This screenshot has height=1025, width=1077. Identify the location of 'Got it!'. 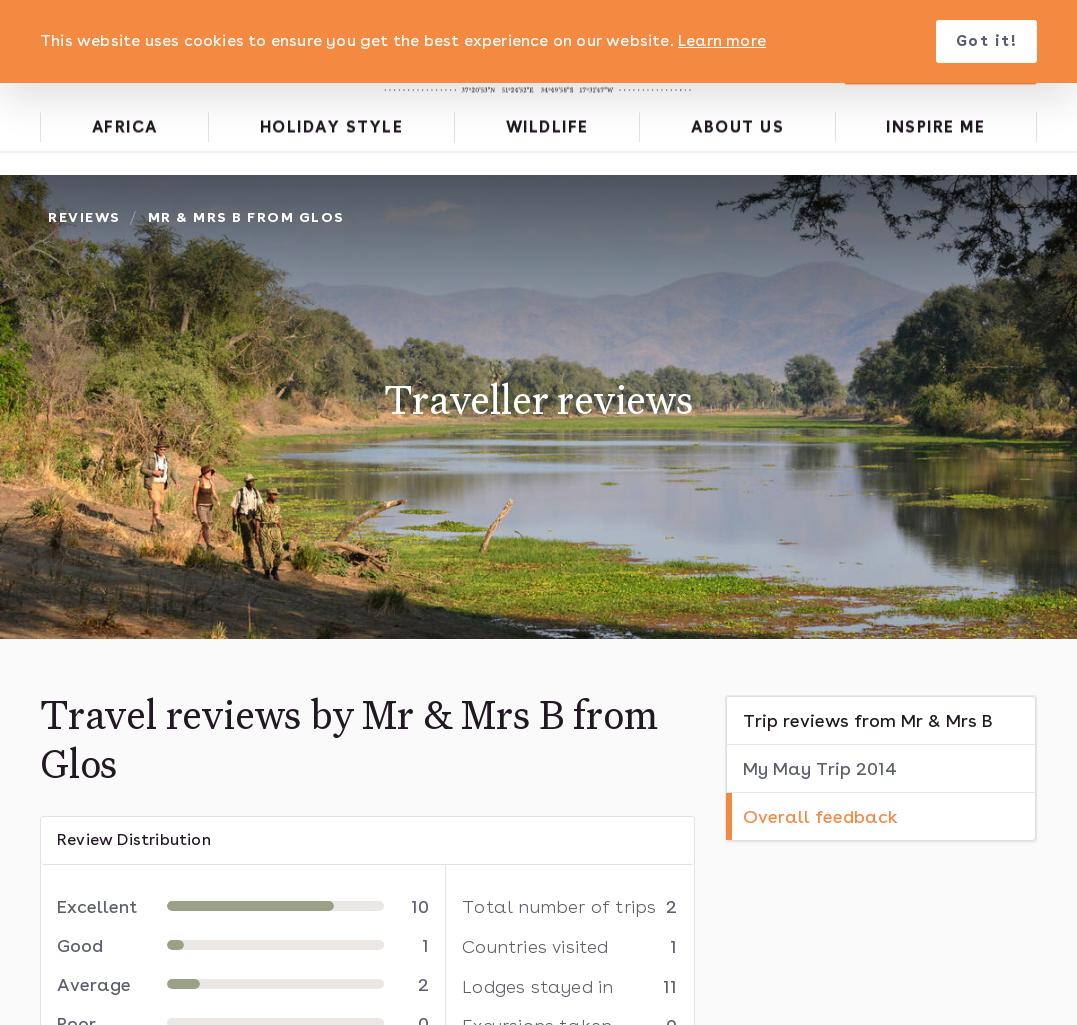
(985, 41).